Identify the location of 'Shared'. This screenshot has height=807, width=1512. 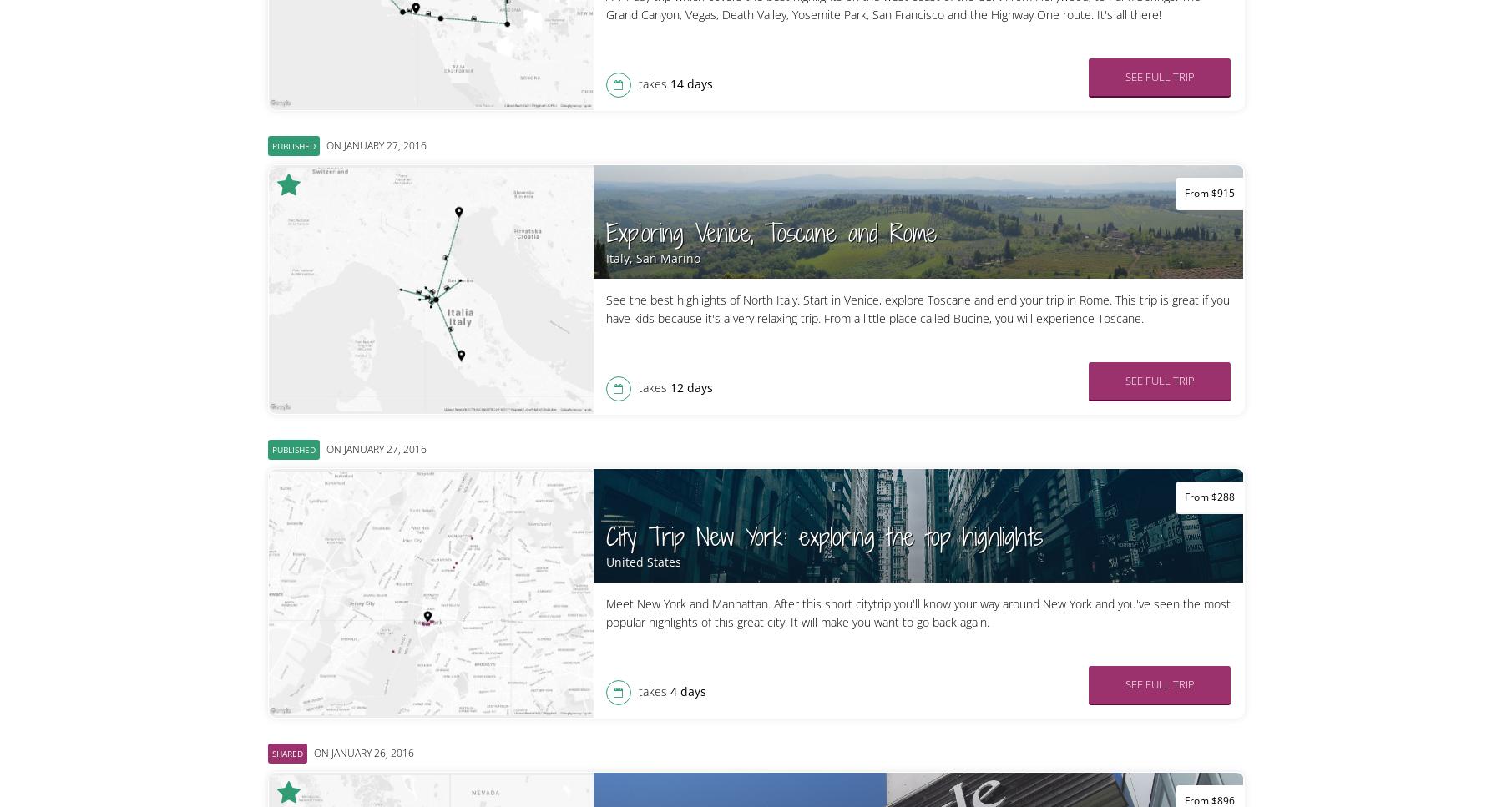
(286, 753).